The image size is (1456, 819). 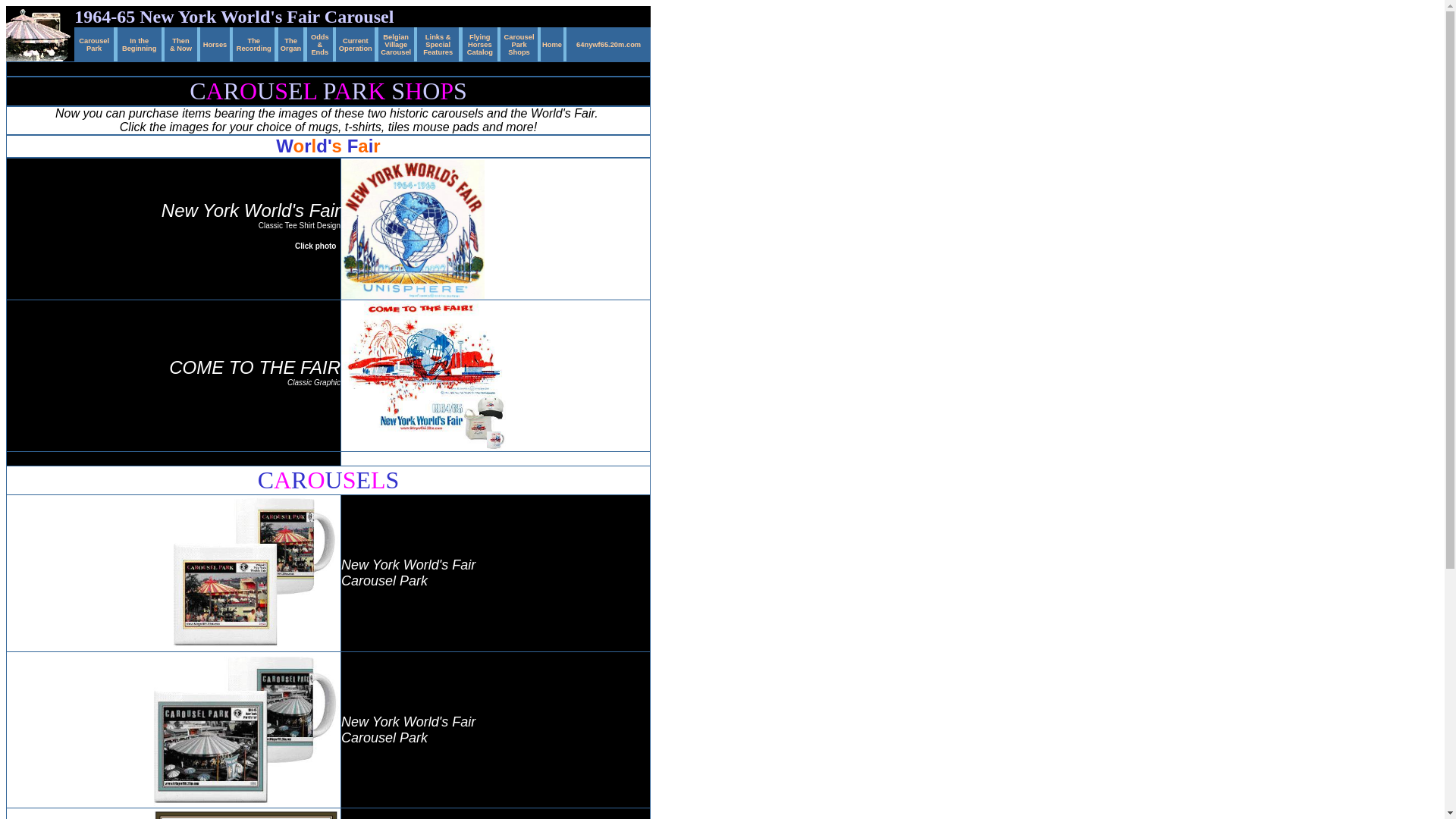 What do you see at coordinates (290, 42) in the screenshot?
I see `'The Organ'` at bounding box center [290, 42].